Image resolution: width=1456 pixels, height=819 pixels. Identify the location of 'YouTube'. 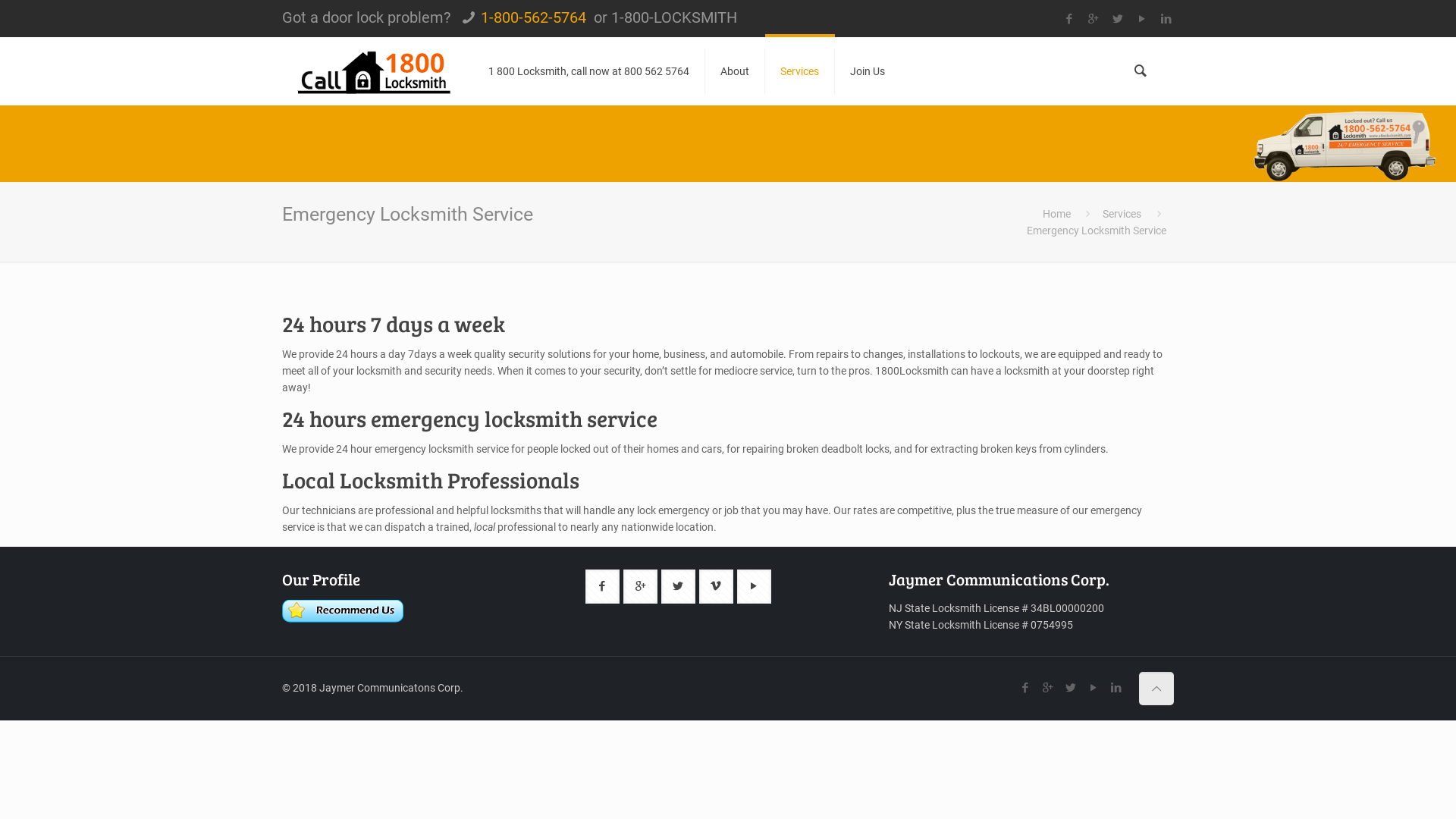
(1093, 687).